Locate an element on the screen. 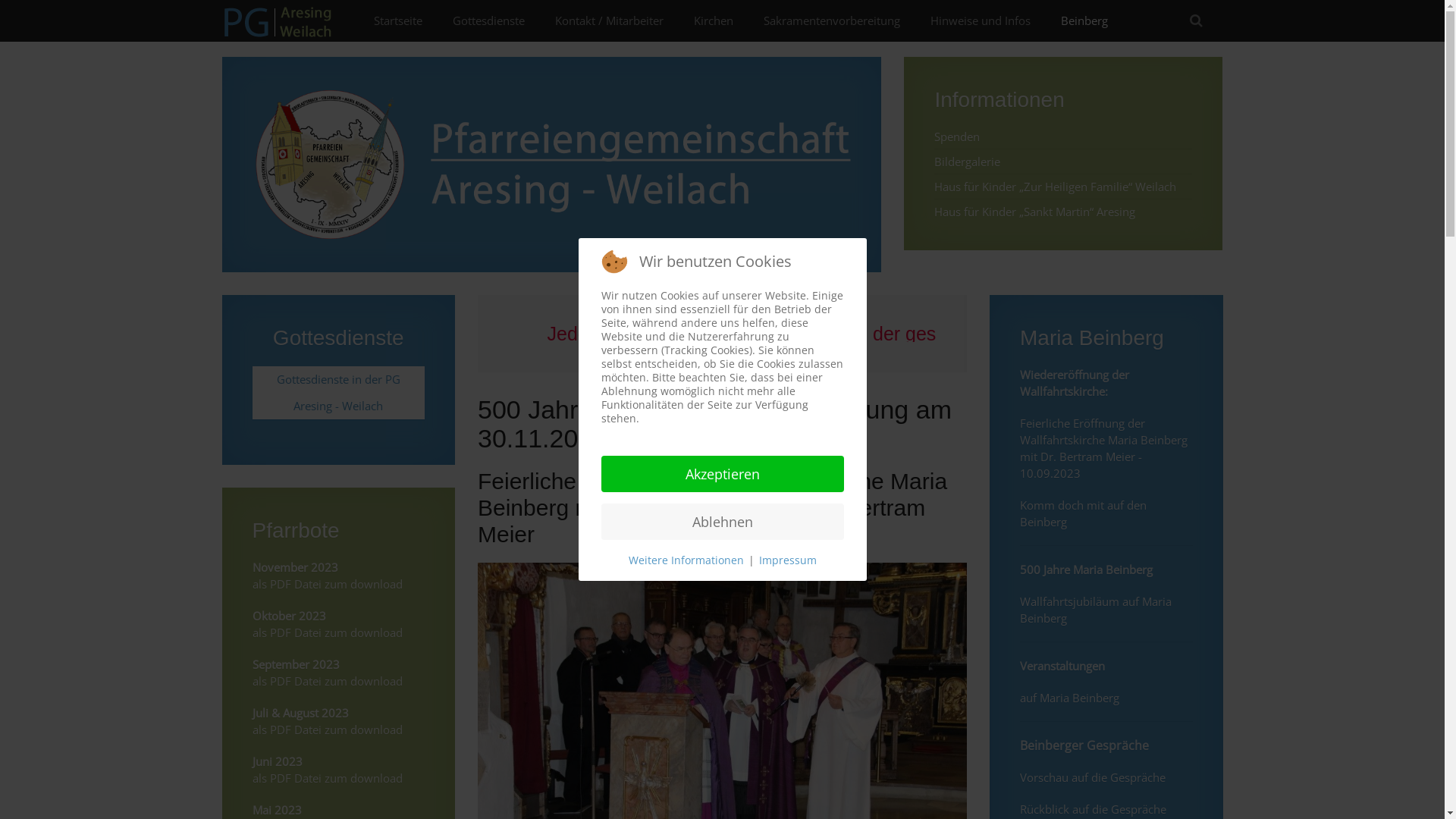 This screenshot has height=819, width=1456. 'Komm doch mit auf den Beinberg' is located at coordinates (1082, 513).